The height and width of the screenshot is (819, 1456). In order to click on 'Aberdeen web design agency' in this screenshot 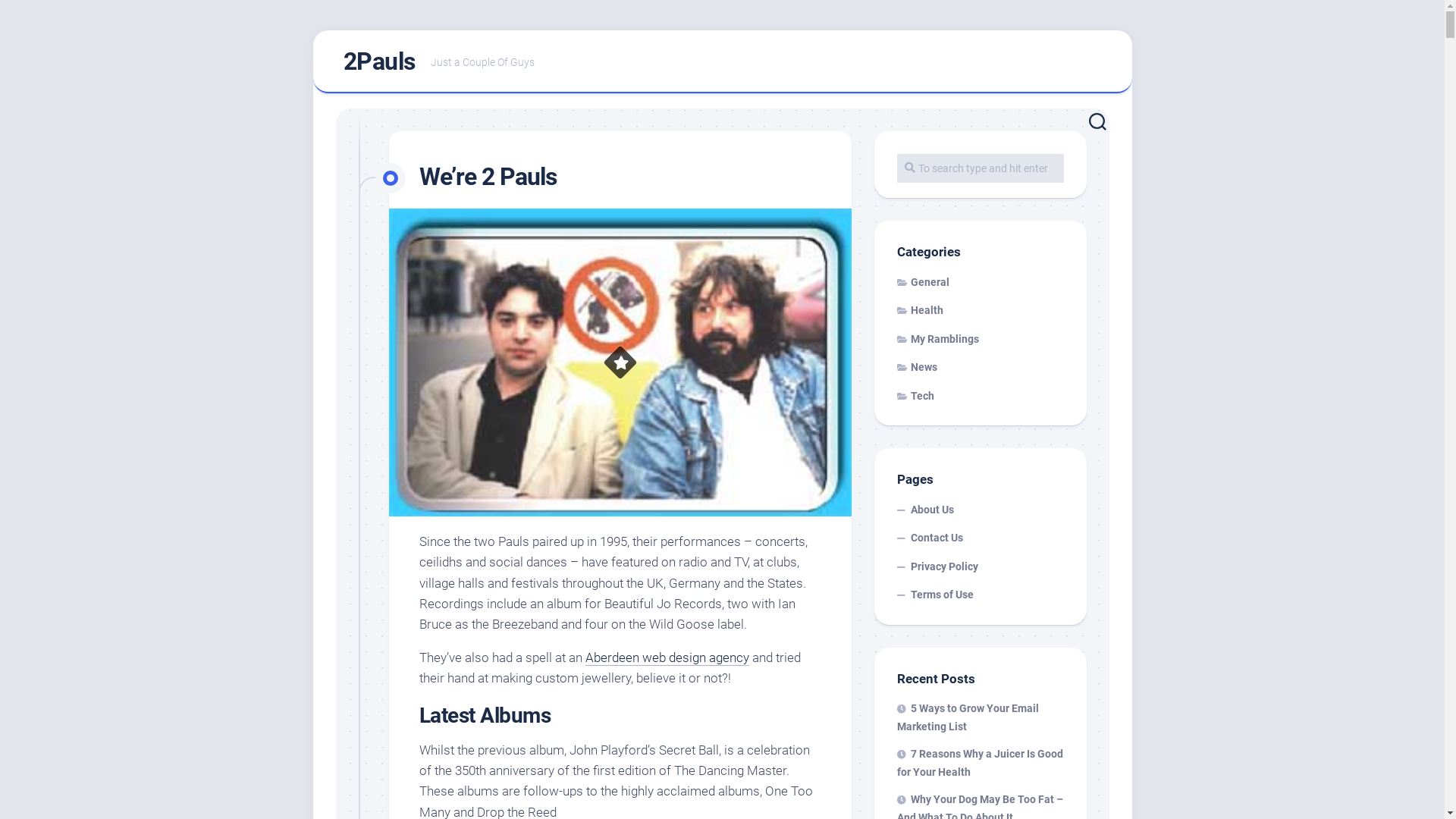, I will do `click(667, 657)`.